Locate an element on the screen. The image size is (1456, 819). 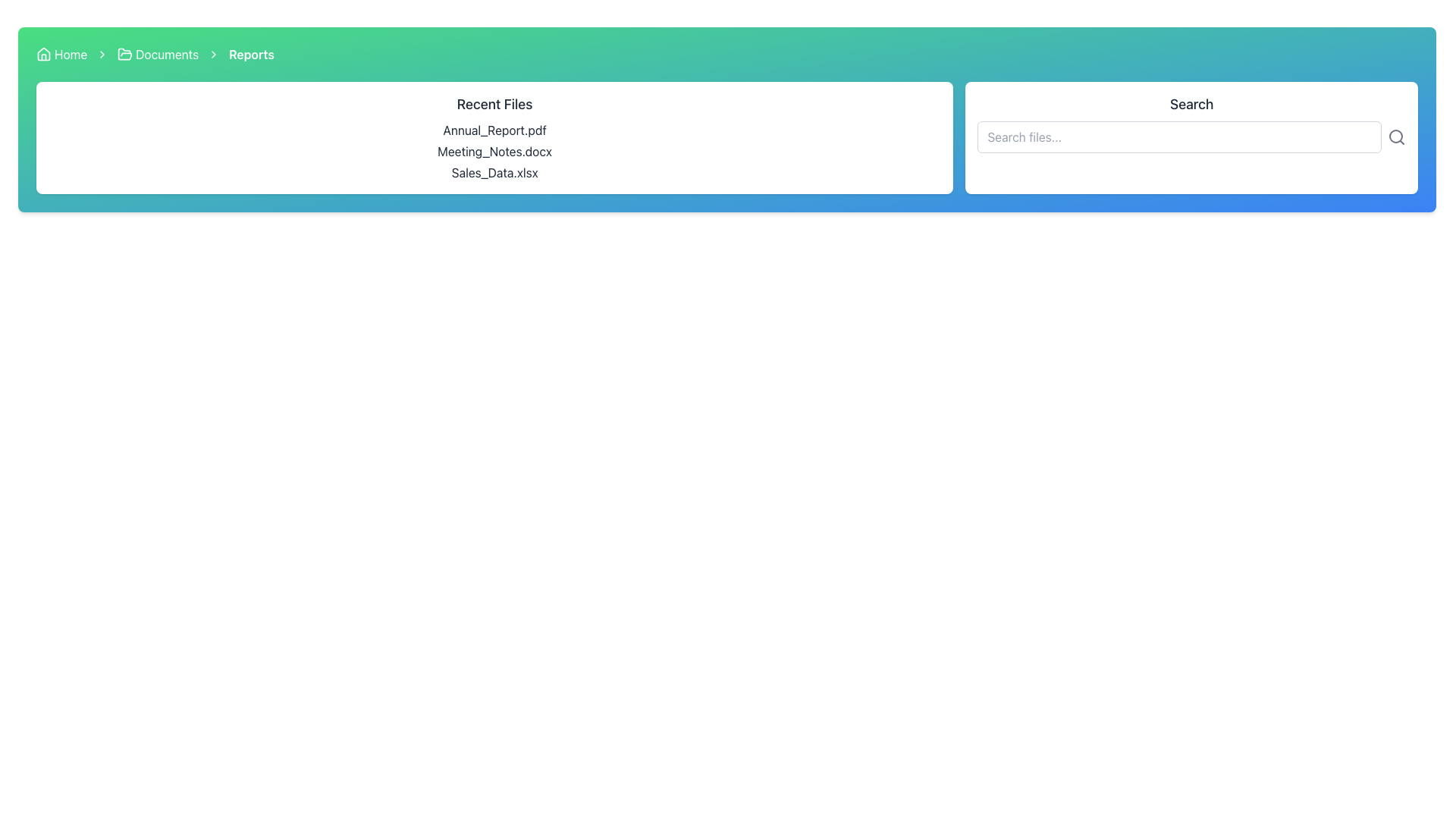
the 'Documents' hyperlink styled as a breadcrumb navigation link is located at coordinates (158, 54).